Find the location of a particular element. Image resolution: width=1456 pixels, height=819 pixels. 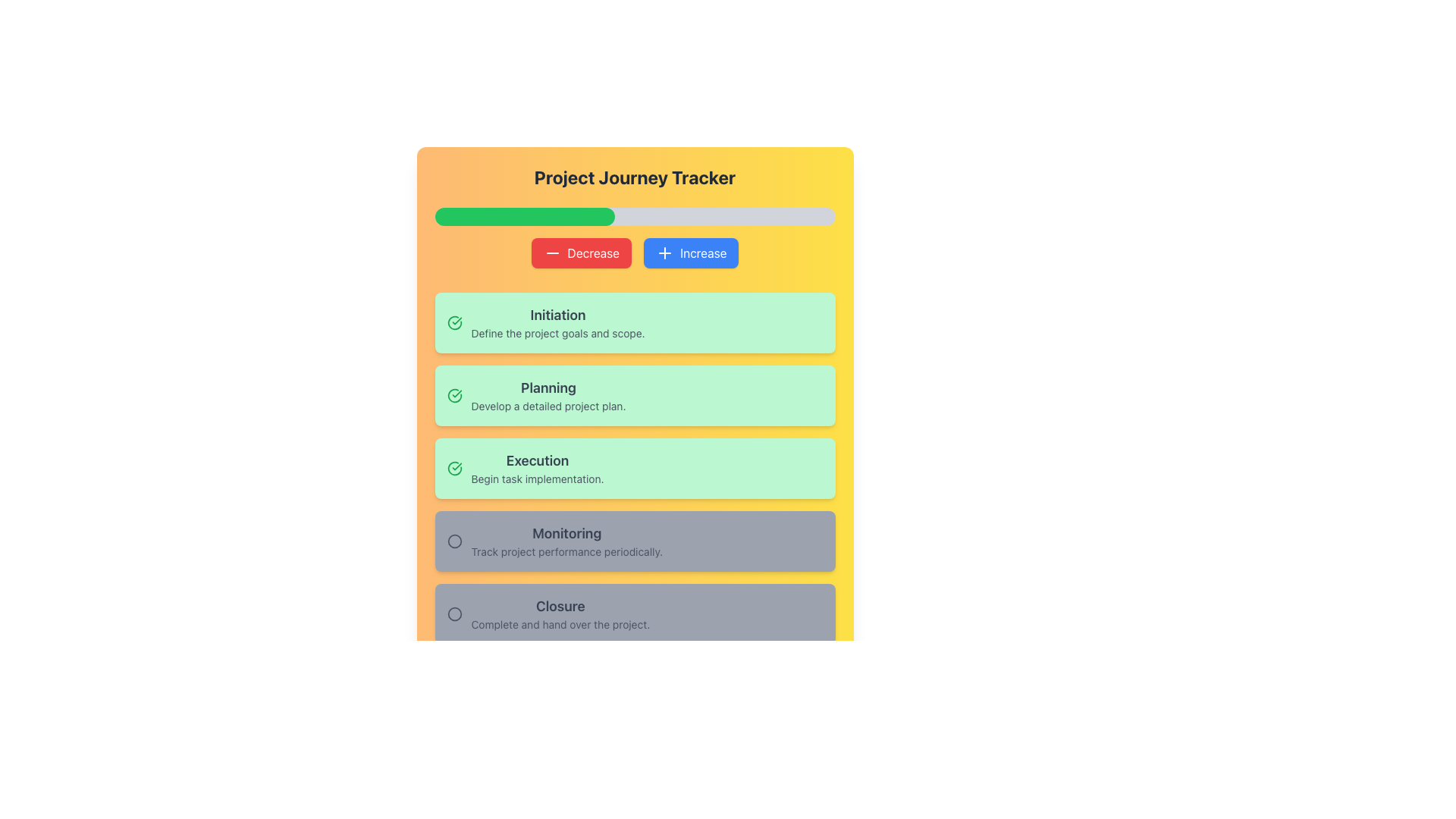

the horizontal line icon located inside the red button labeled 'Decrease' is located at coordinates (551, 253).